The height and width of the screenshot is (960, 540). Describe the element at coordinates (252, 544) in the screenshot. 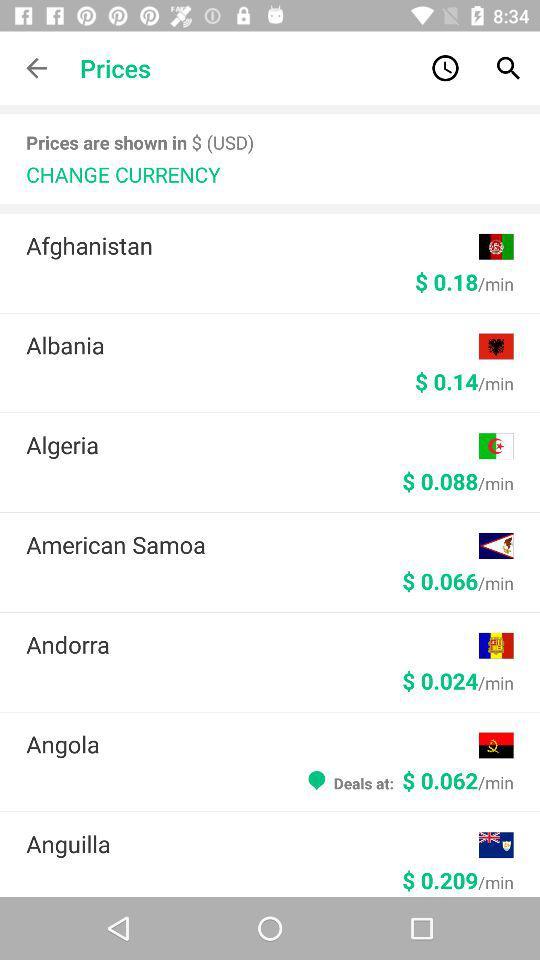

I see `item above the $ 0.066/min` at that location.